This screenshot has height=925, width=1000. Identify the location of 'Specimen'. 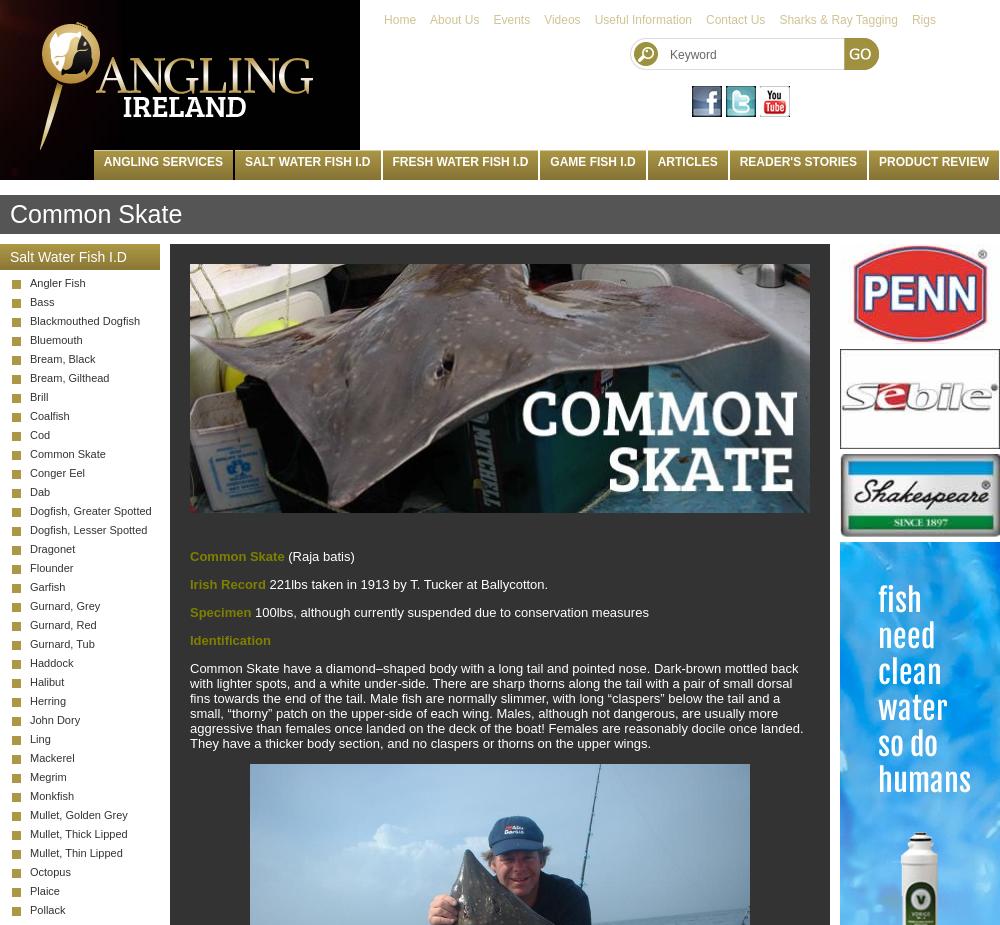
(219, 611).